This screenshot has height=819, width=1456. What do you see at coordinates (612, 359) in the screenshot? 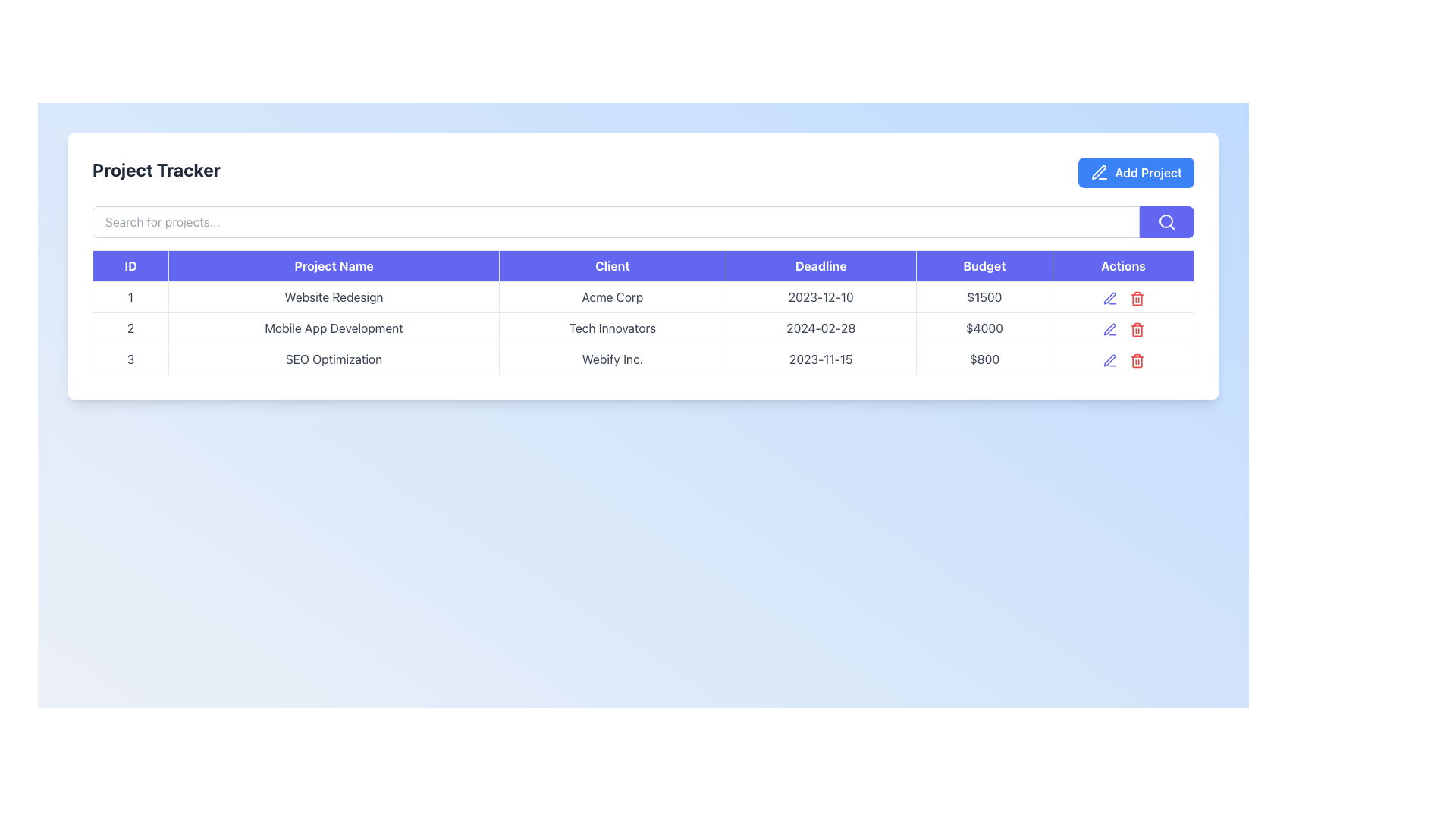
I see `the Text label that signifies the client name for the project 'SEO Optimization', located in the third column of row '3' under 'Client'` at bounding box center [612, 359].